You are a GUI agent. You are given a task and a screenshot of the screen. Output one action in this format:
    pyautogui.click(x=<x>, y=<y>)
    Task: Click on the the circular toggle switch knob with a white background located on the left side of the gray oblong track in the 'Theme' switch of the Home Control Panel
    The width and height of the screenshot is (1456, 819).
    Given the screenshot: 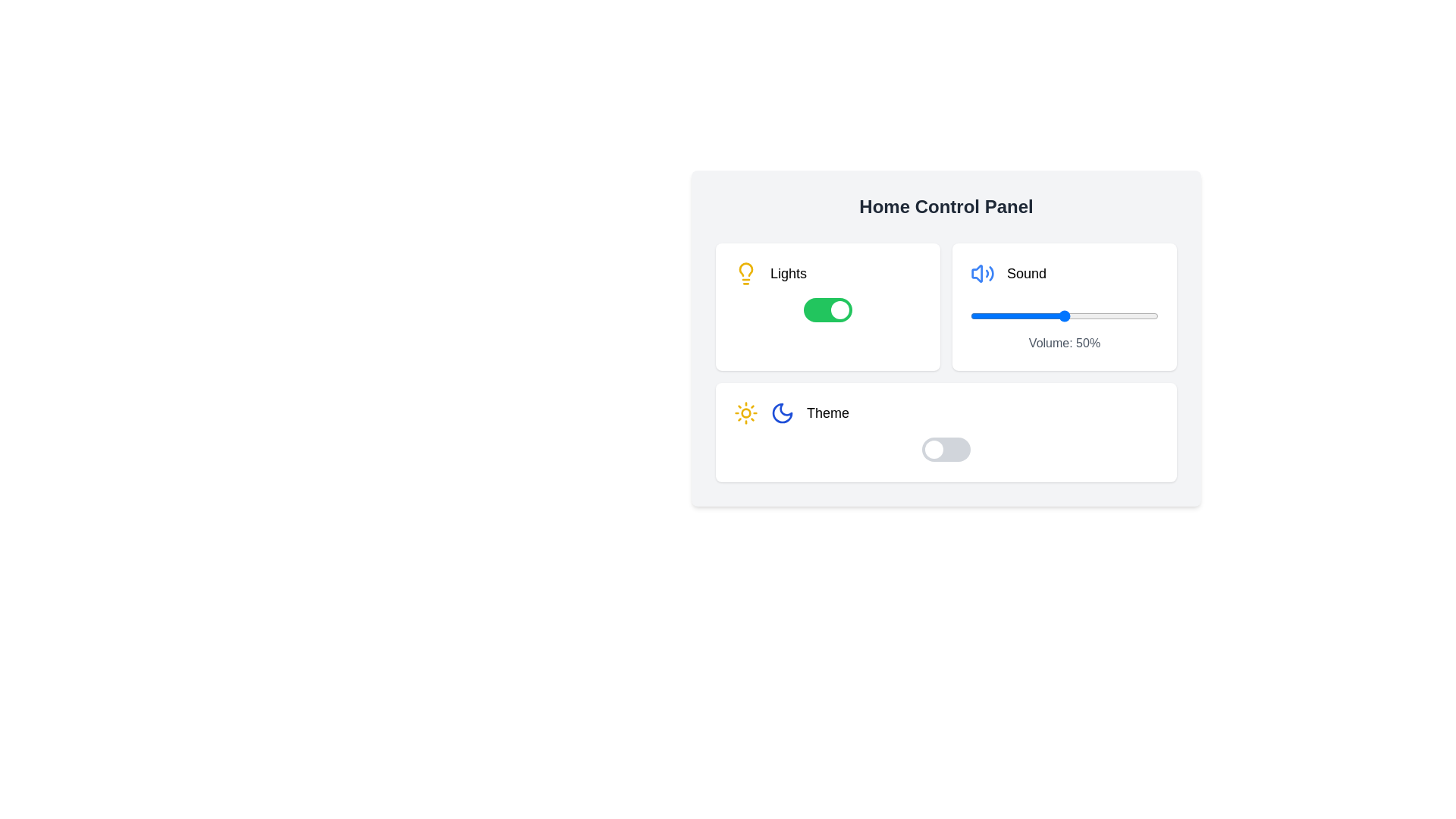 What is the action you would take?
    pyautogui.click(x=934, y=449)
    